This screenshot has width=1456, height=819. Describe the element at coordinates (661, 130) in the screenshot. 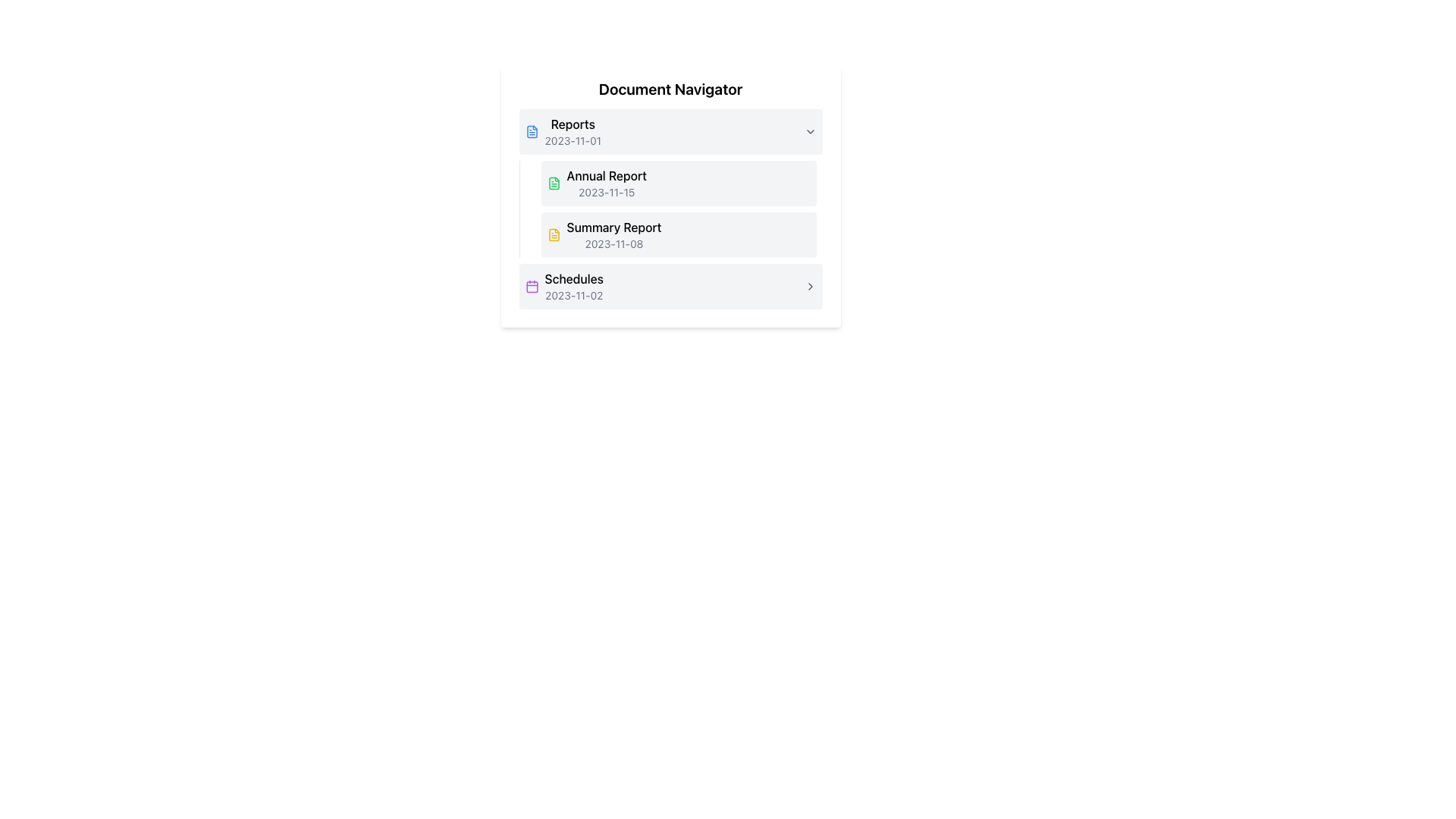

I see `the List Item displaying 'Reports' followed by '2023-11-01'` at that location.